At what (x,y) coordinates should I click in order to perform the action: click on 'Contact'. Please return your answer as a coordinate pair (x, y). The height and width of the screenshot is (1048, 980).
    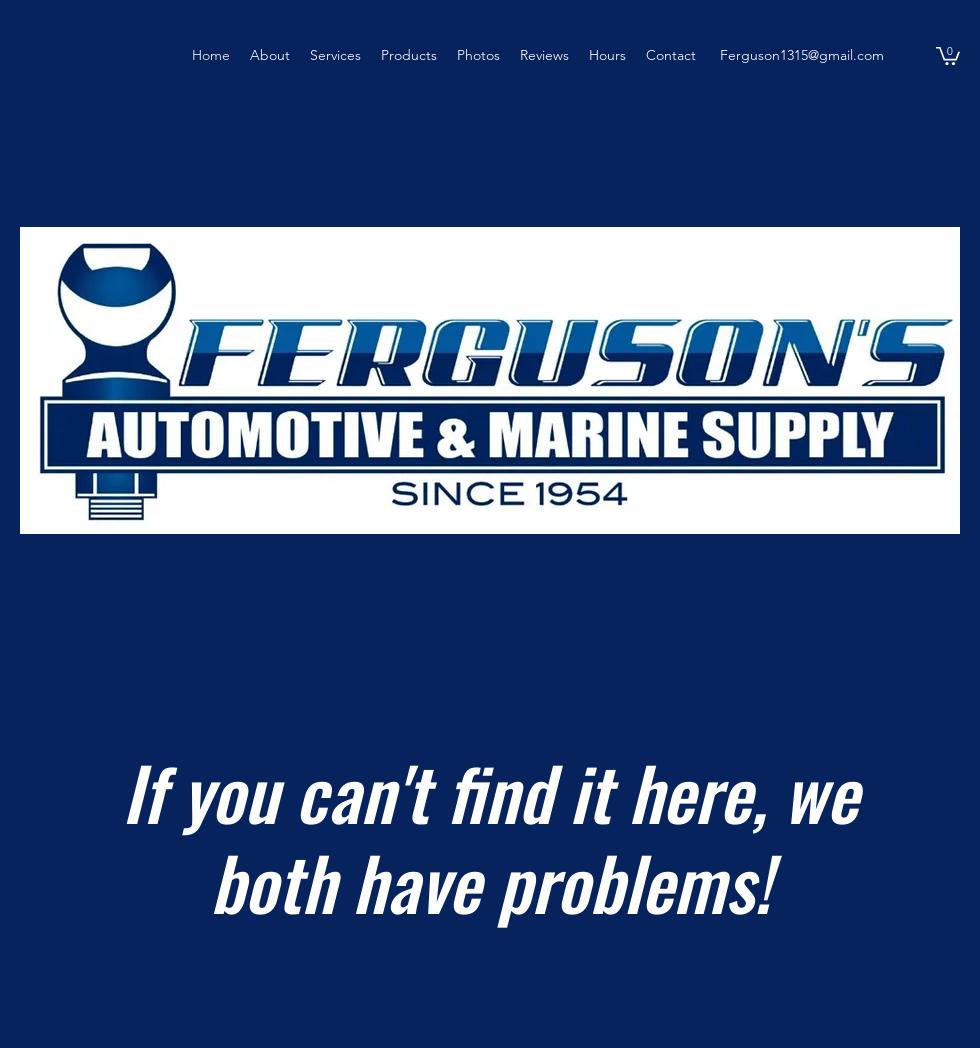
    Looking at the image, I should click on (646, 55).